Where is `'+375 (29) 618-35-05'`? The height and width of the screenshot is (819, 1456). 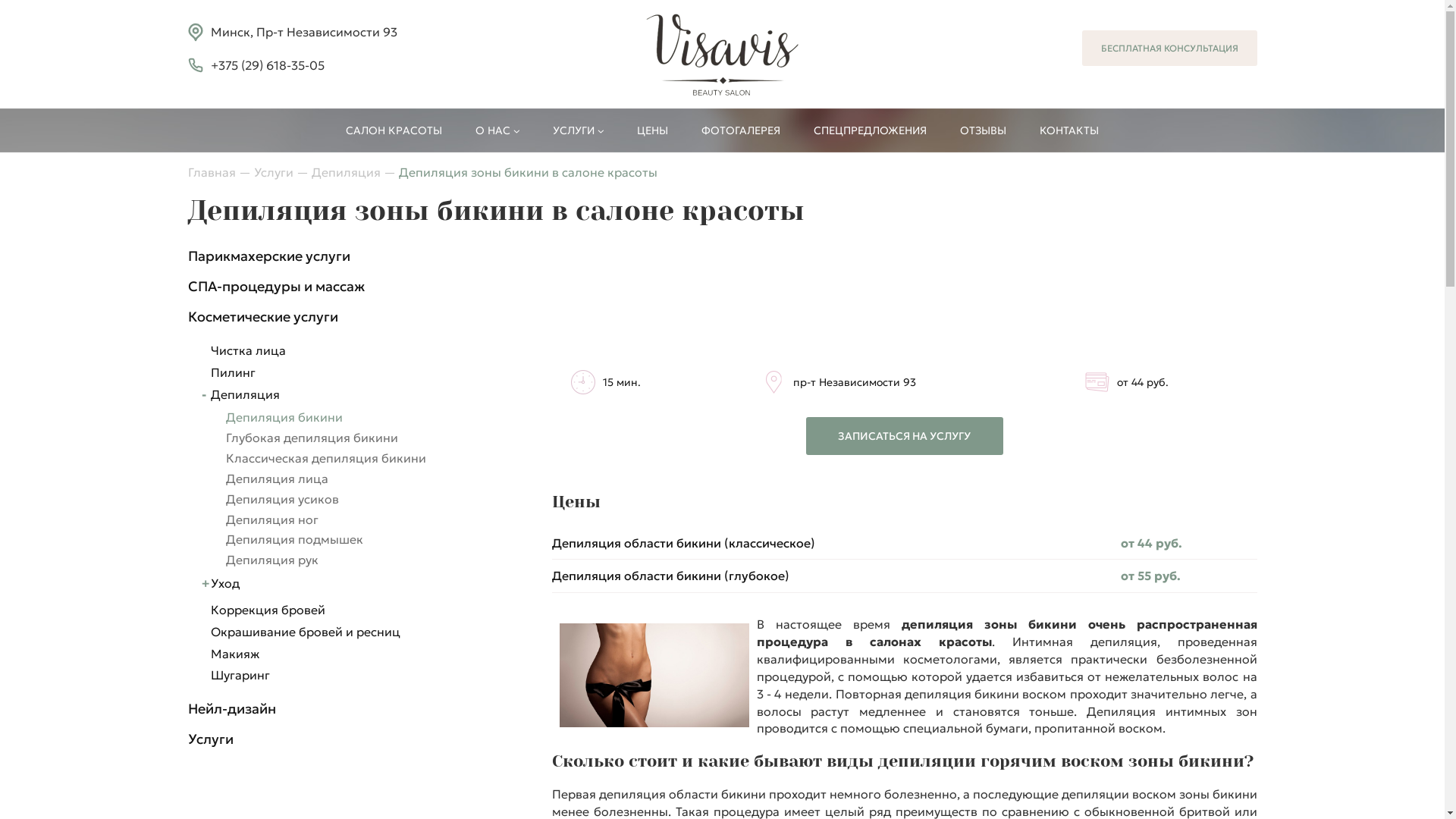
'+375 (29) 618-35-05' is located at coordinates (268, 64).